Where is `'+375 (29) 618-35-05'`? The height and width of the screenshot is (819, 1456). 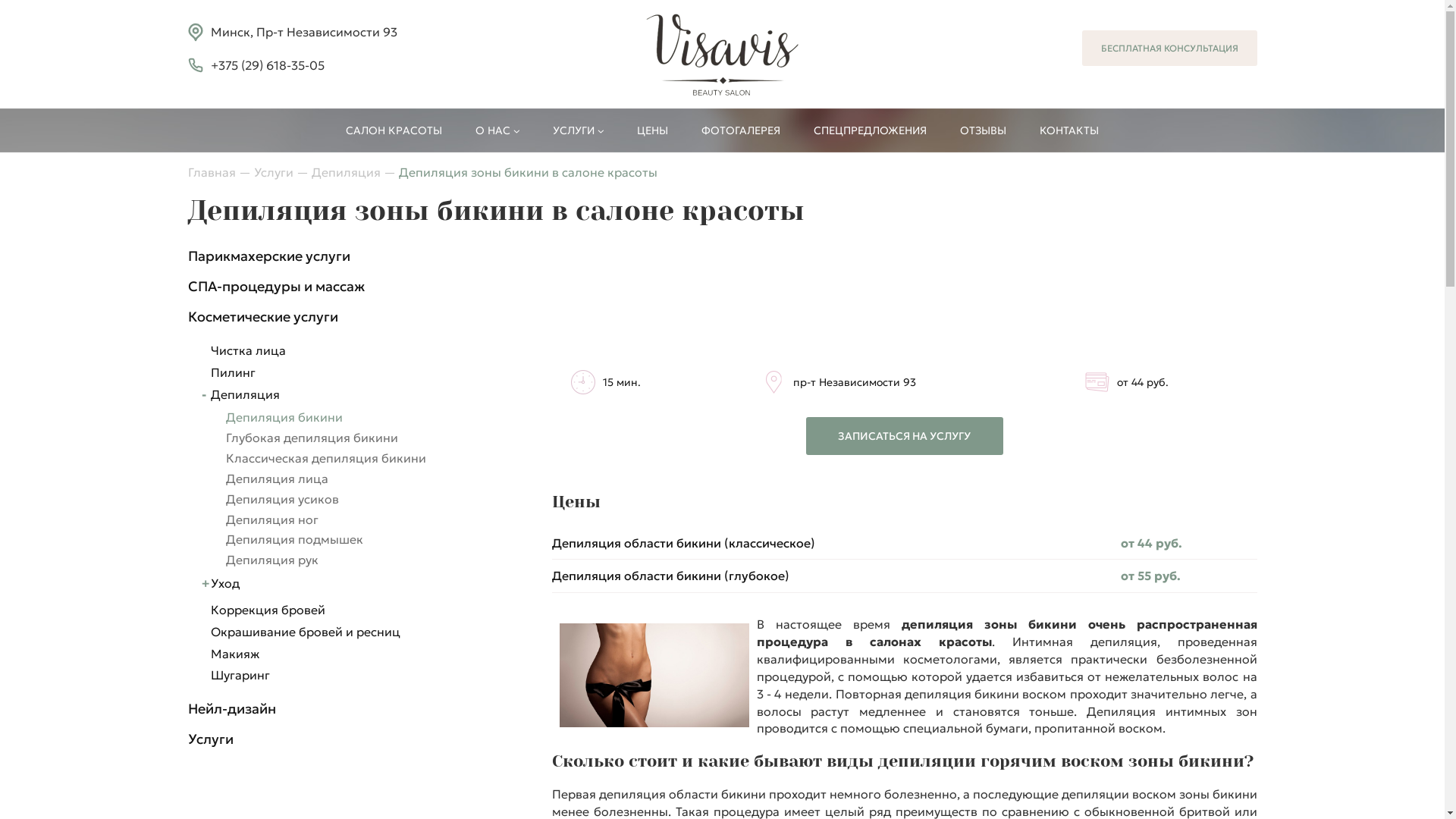
'+375 (29) 618-35-05' is located at coordinates (268, 64).